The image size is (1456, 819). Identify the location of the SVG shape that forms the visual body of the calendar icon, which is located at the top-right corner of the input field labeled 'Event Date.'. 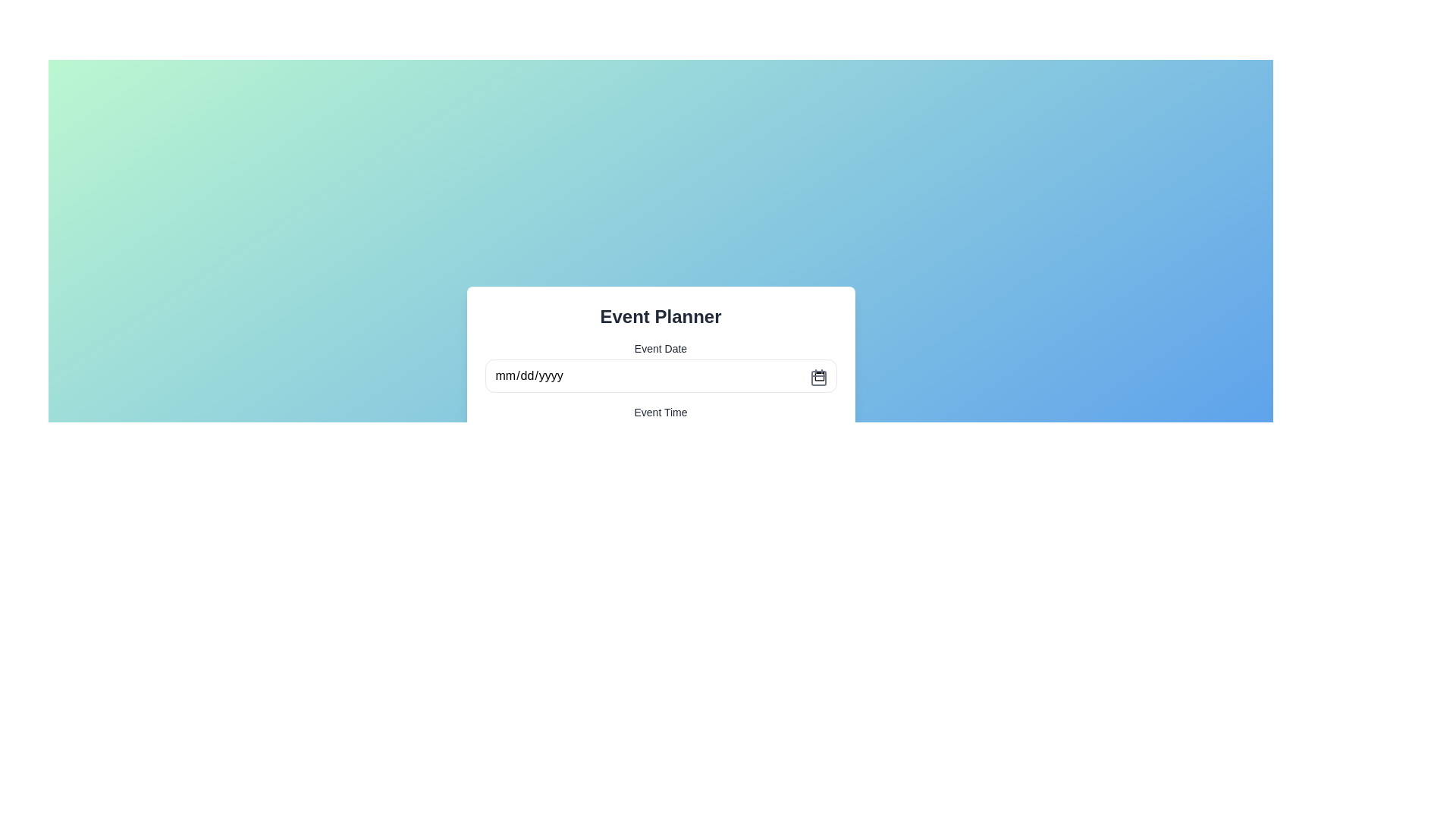
(817, 377).